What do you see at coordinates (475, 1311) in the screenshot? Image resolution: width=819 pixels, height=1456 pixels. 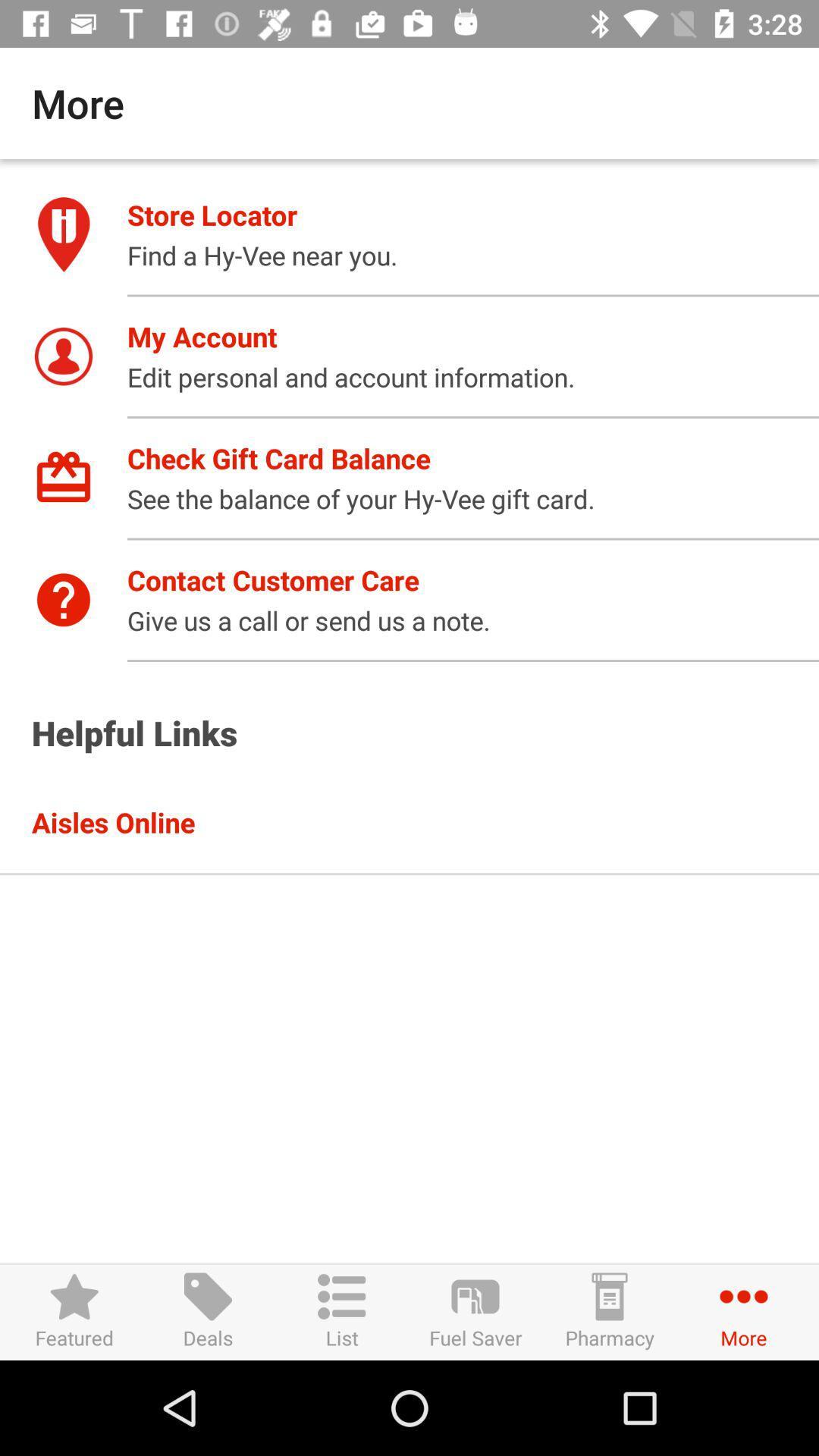 I see `icon next to pharmacy` at bounding box center [475, 1311].